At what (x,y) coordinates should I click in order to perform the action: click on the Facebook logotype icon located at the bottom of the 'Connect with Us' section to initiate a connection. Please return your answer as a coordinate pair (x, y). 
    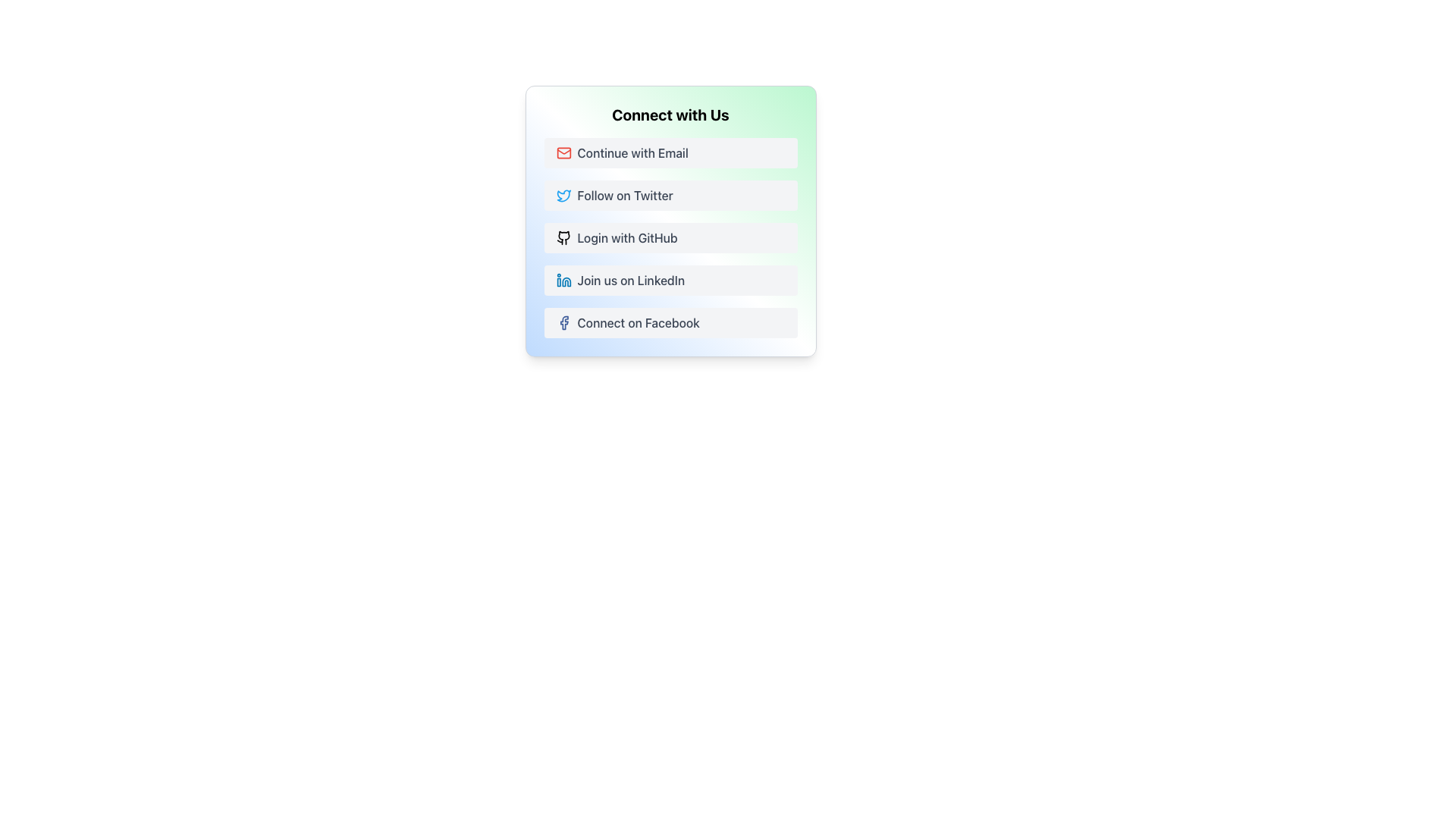
    Looking at the image, I should click on (563, 322).